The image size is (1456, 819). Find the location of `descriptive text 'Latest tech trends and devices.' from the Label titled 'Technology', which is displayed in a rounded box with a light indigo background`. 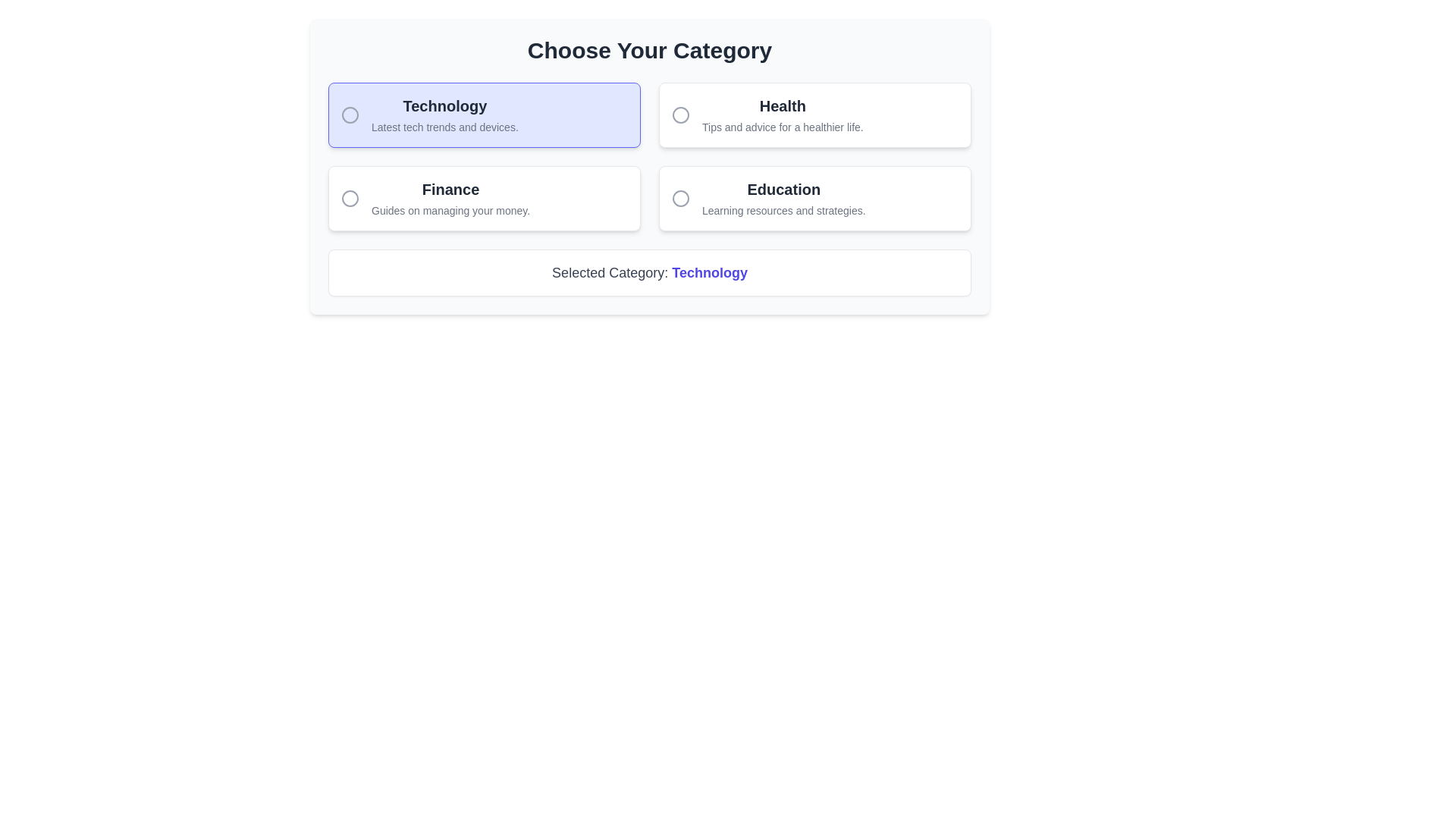

descriptive text 'Latest tech trends and devices.' from the Label titled 'Technology', which is displayed in a rounded box with a light indigo background is located at coordinates (444, 114).